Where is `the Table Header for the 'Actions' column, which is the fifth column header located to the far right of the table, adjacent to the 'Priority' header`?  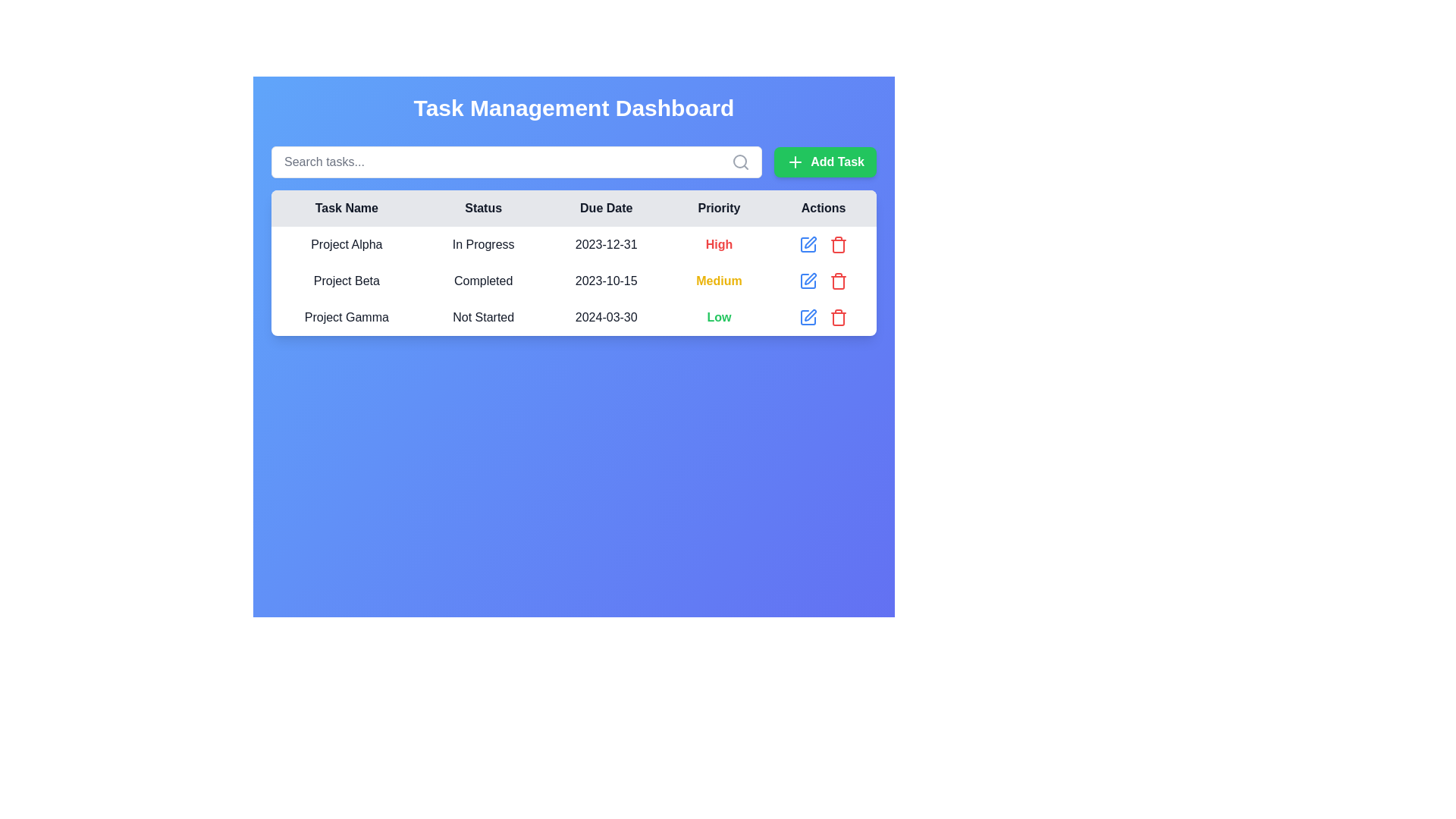
the Table Header for the 'Actions' column, which is the fifth column header located to the far right of the table, adjacent to the 'Priority' header is located at coordinates (823, 208).